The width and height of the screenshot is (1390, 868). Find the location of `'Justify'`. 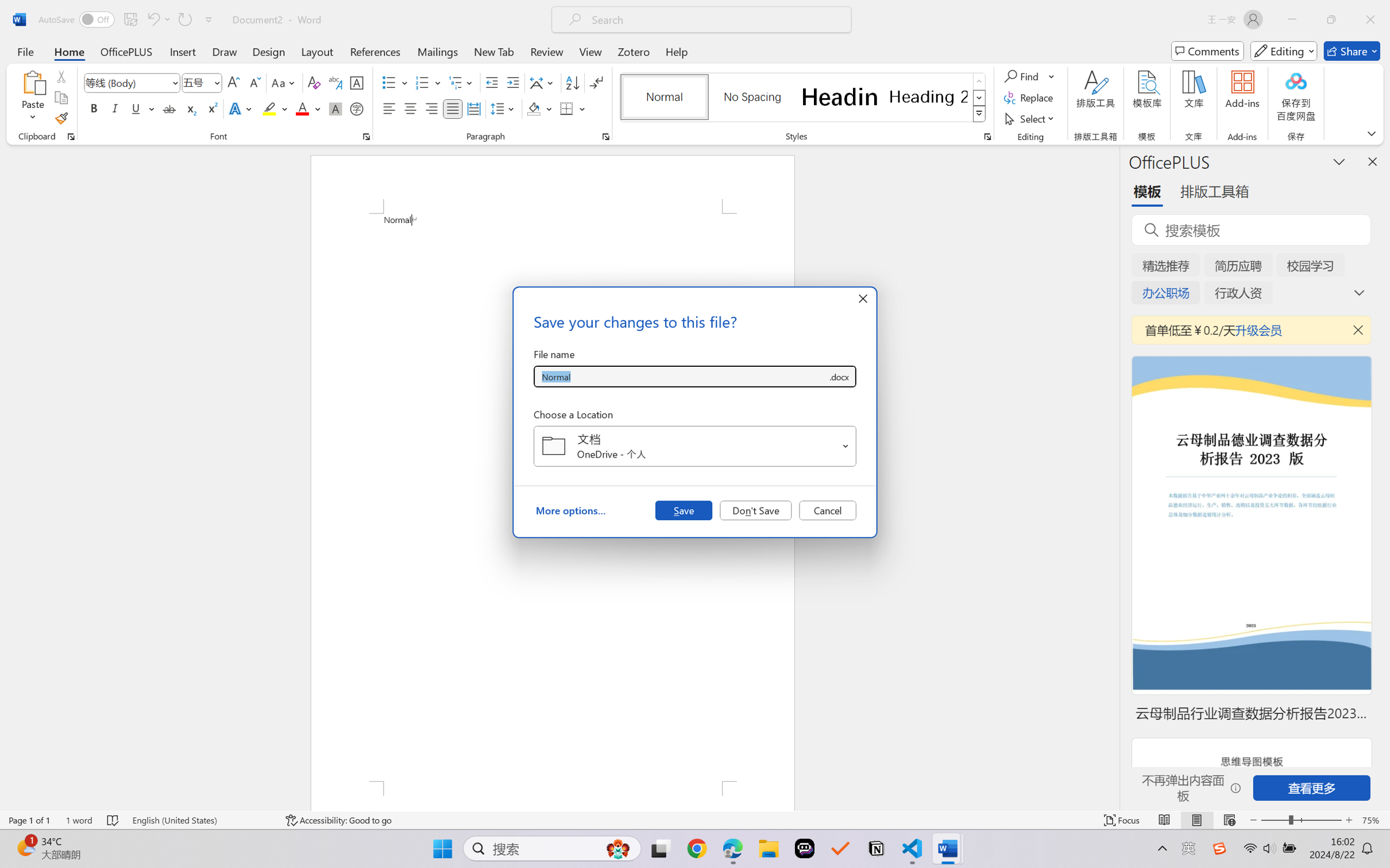

'Justify' is located at coordinates (452, 108).